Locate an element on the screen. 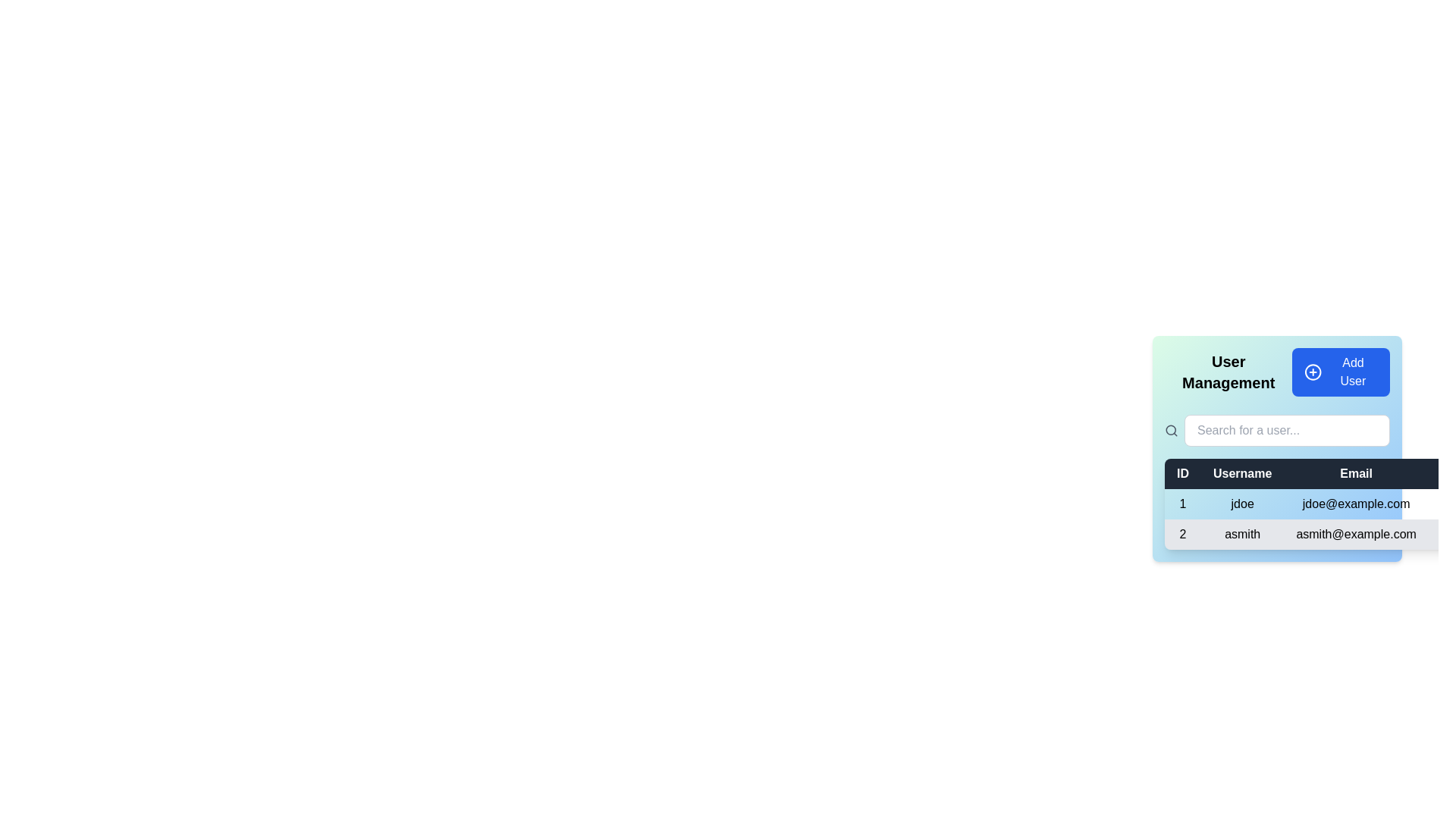  the 'Username' text label, which is displayed in bold, white font against a dark background, located in the second cell of a table header between 'ID' and 'Email' is located at coordinates (1242, 472).